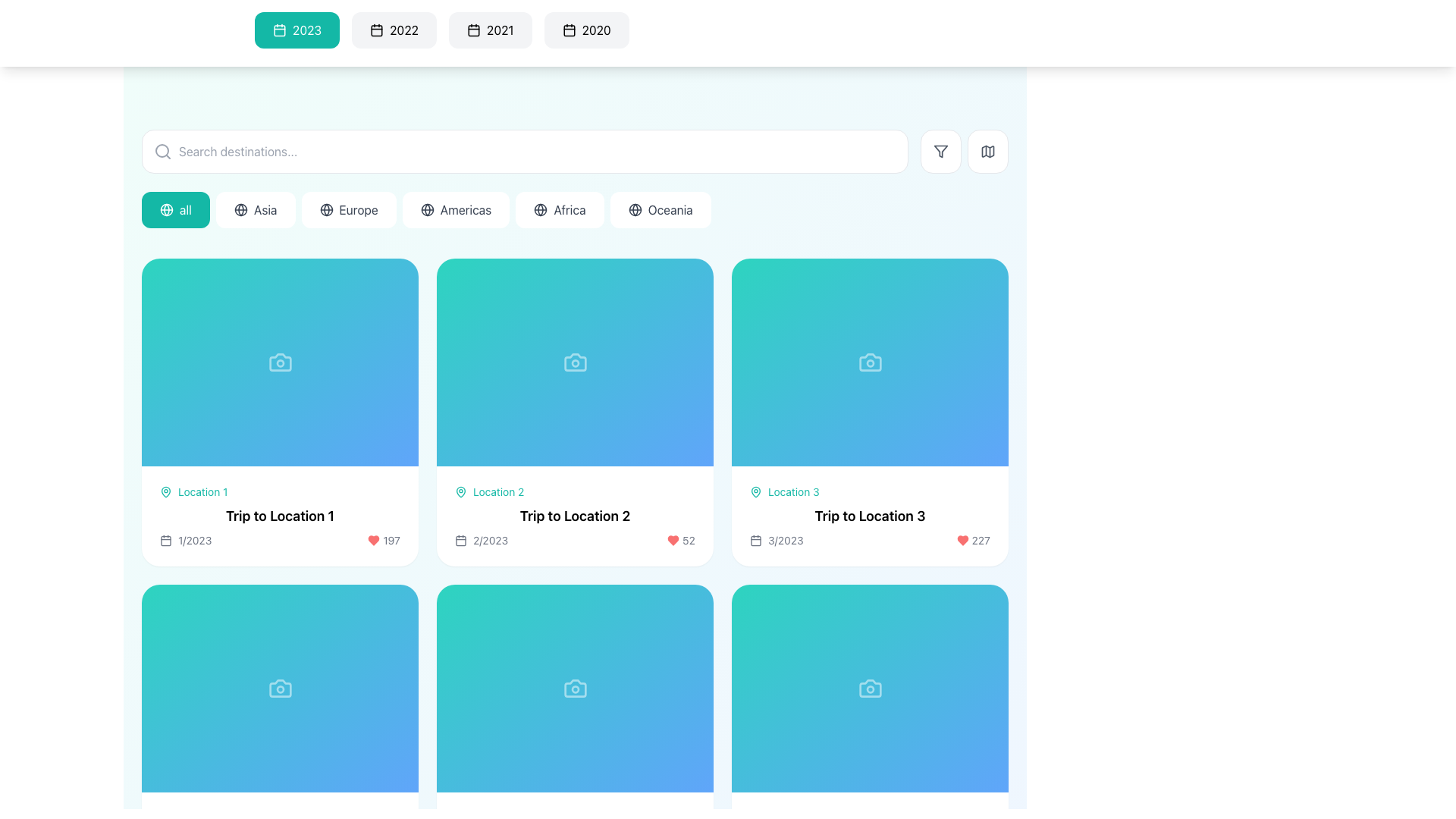 This screenshot has height=819, width=1456. What do you see at coordinates (574, 362) in the screenshot?
I see `the camera icon within the card labeled 'Trip to Location 2' which signifies photo-related content` at bounding box center [574, 362].